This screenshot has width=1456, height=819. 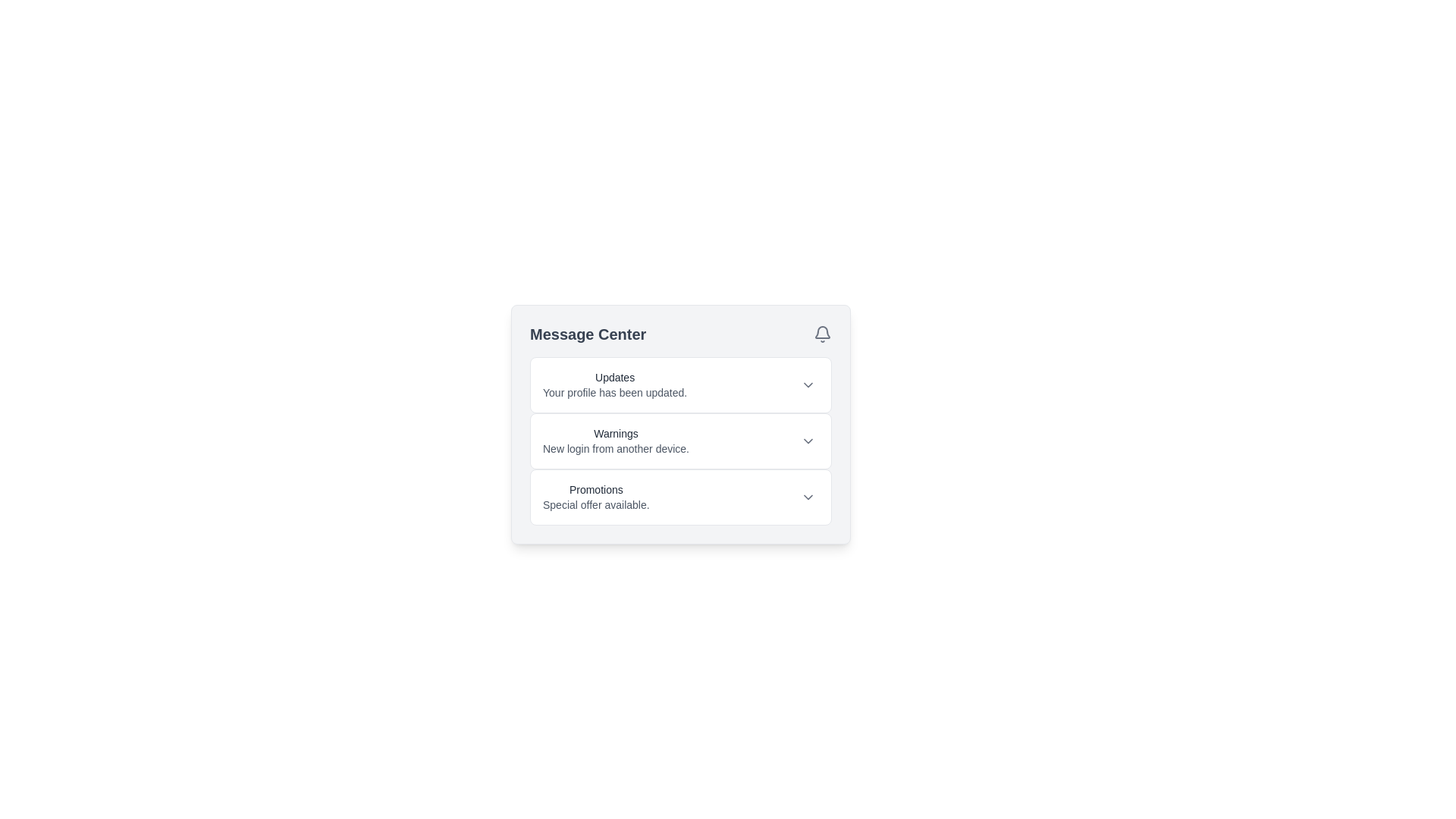 I want to click on Notification icon located in the top-right corner of the header section, adjacent to the 'Message Center' text, as part of the visual layout, so click(x=821, y=333).